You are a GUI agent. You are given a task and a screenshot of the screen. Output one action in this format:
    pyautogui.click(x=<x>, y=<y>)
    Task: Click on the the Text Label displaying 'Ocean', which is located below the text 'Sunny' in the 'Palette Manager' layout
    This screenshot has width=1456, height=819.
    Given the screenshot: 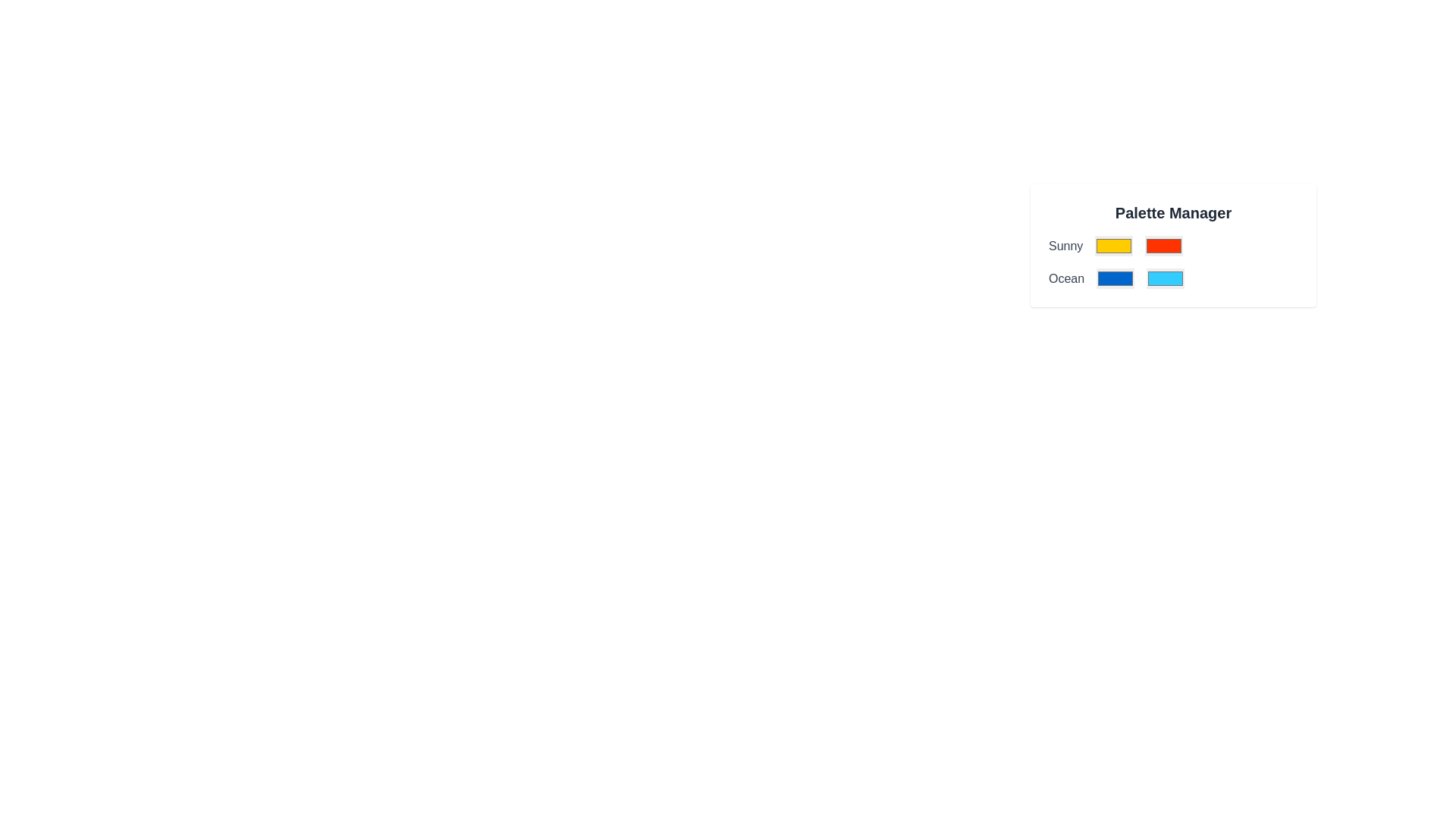 What is the action you would take?
    pyautogui.click(x=1065, y=278)
    